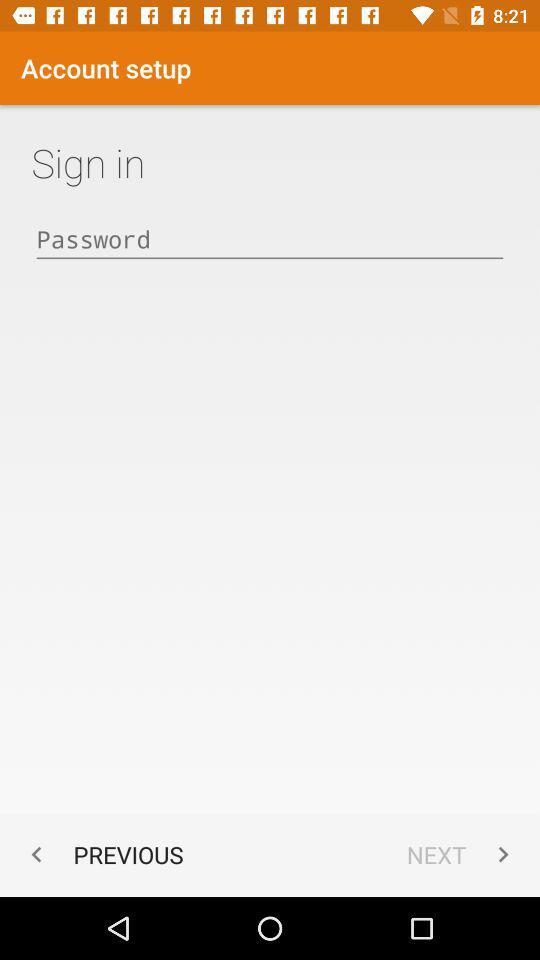  Describe the element at coordinates (462, 853) in the screenshot. I see `next icon` at that location.